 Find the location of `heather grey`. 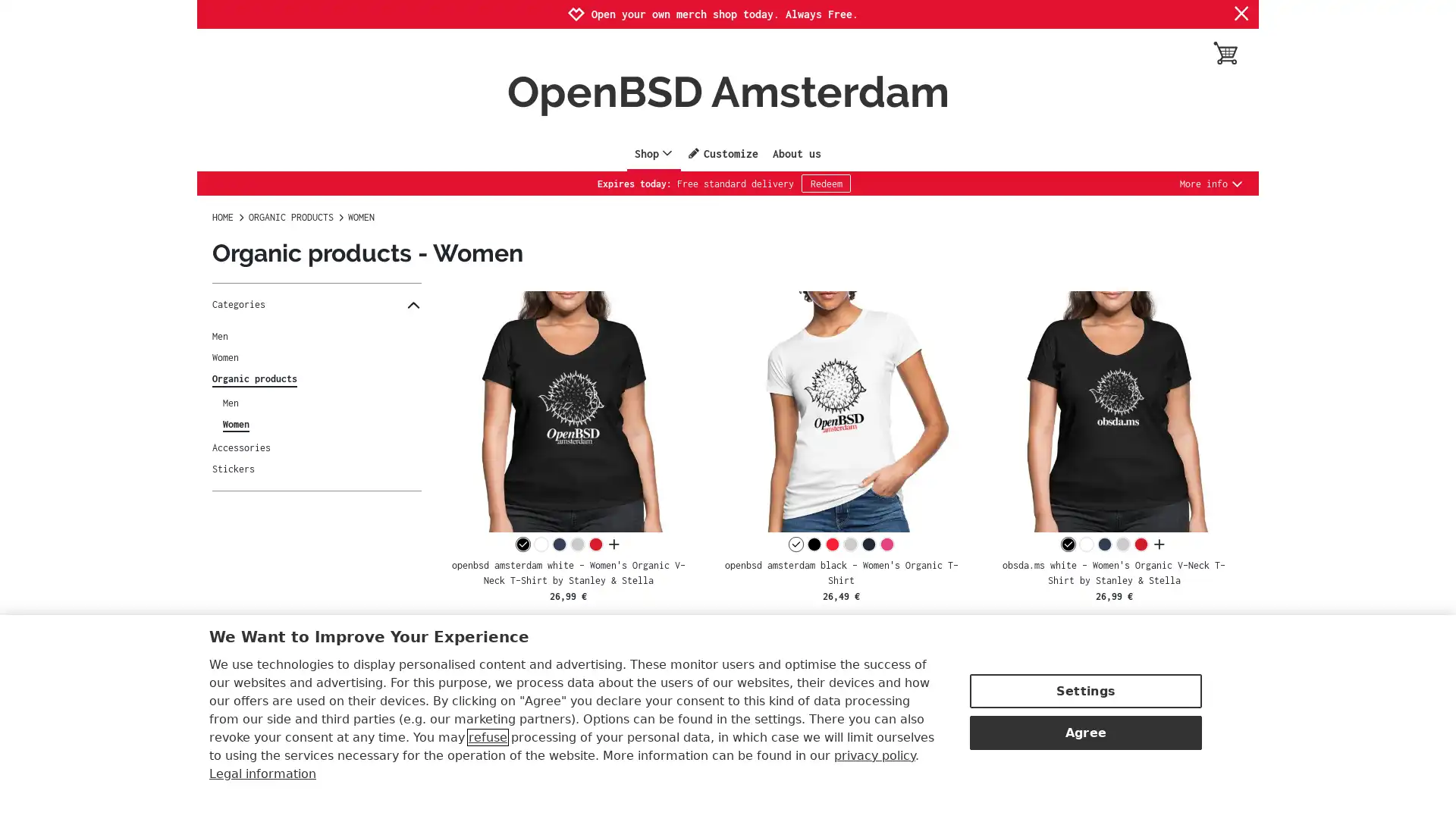

heather grey is located at coordinates (1123, 544).